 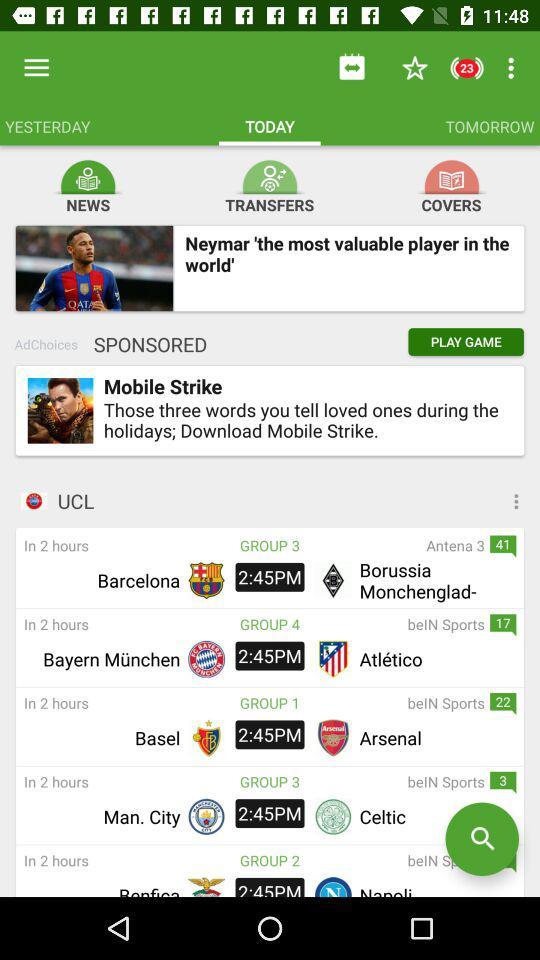 I want to click on open search, so click(x=481, y=839).